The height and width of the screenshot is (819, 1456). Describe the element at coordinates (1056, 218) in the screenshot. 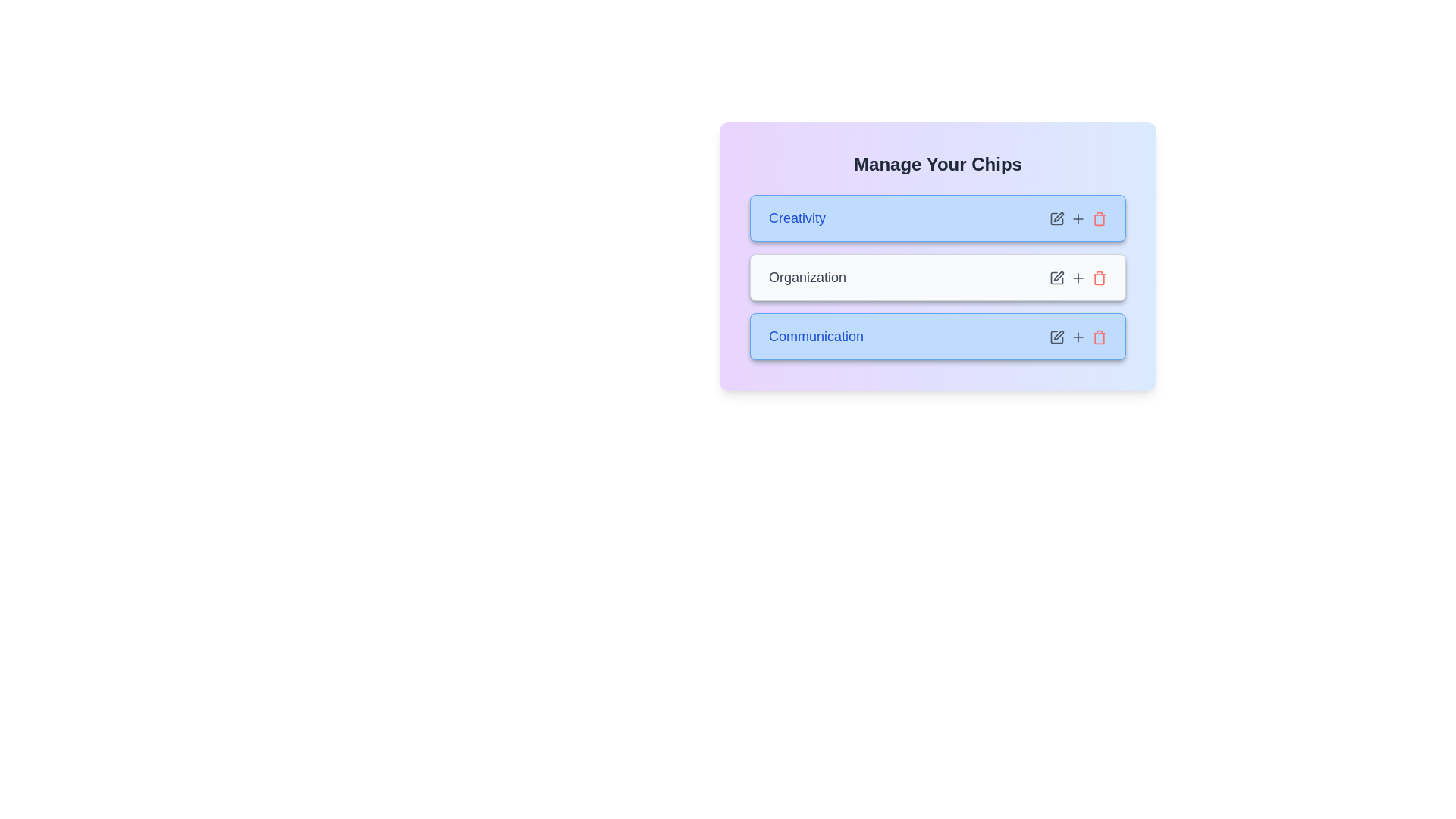

I see `edit icon for the chip labeled Creativity` at that location.